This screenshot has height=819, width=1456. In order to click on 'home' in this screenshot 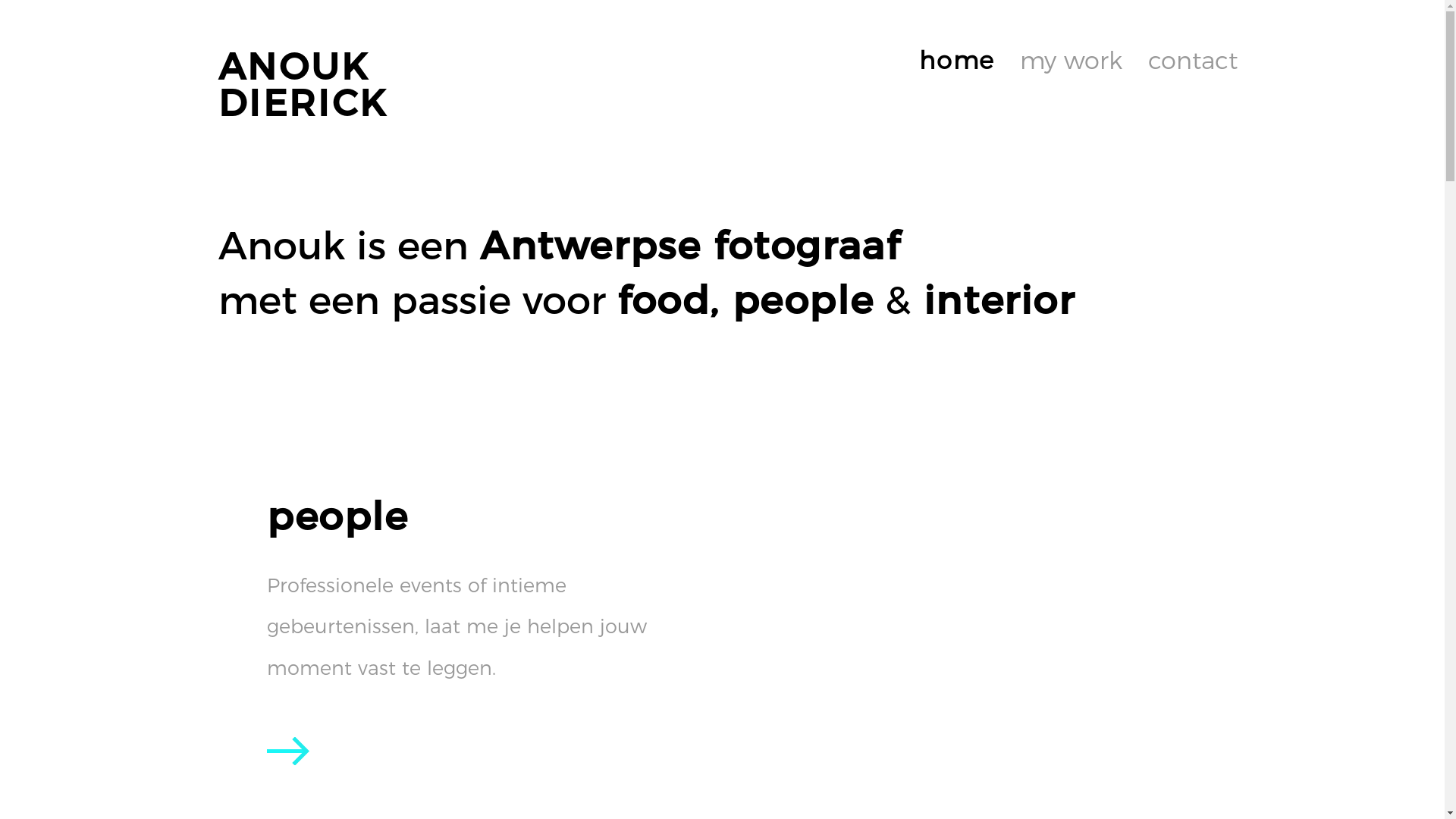, I will do `click(918, 84)`.